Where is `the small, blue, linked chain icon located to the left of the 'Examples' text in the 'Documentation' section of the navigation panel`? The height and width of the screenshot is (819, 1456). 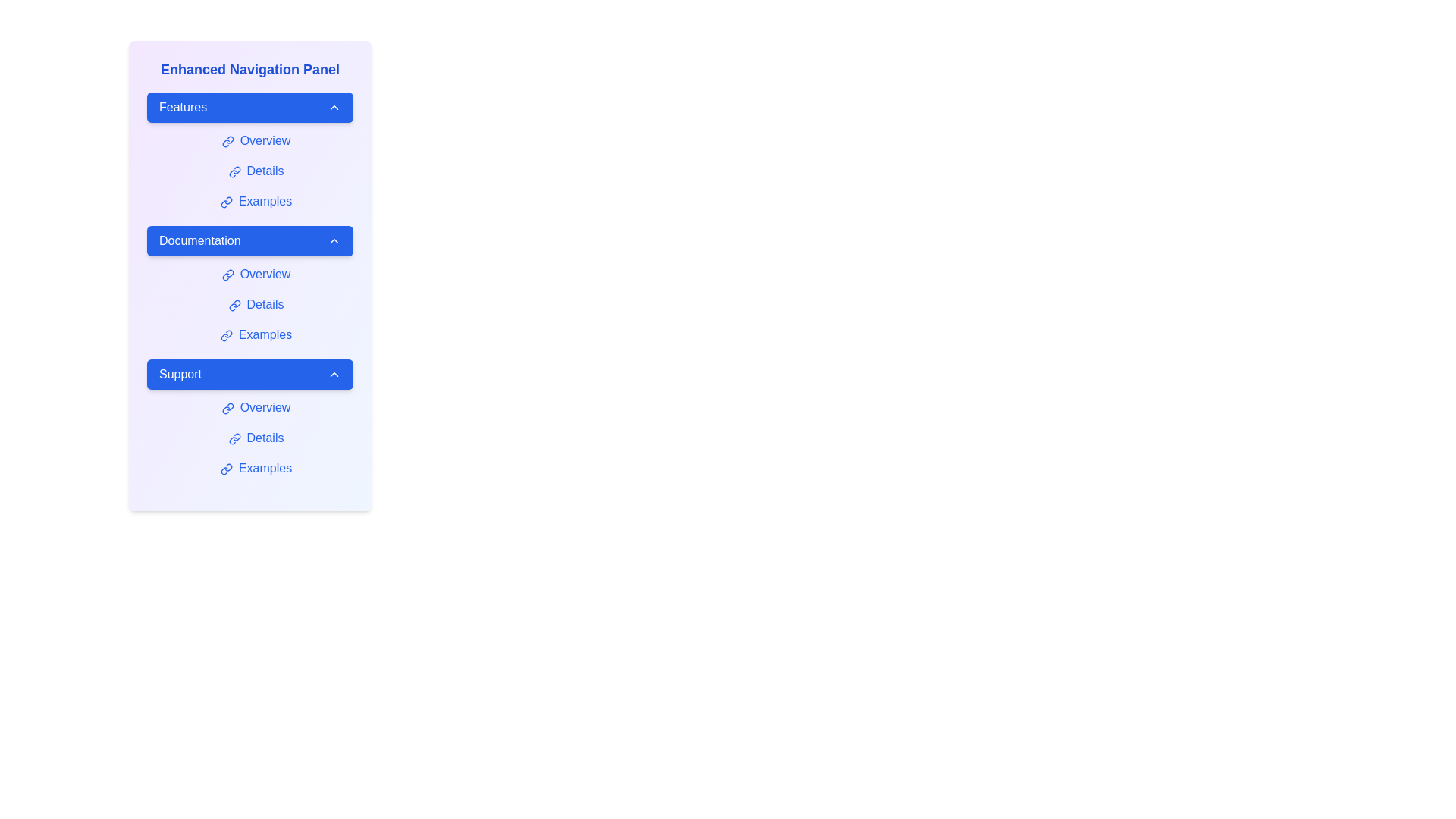 the small, blue, linked chain icon located to the left of the 'Examples' text in the 'Documentation' section of the navigation panel is located at coordinates (225, 334).